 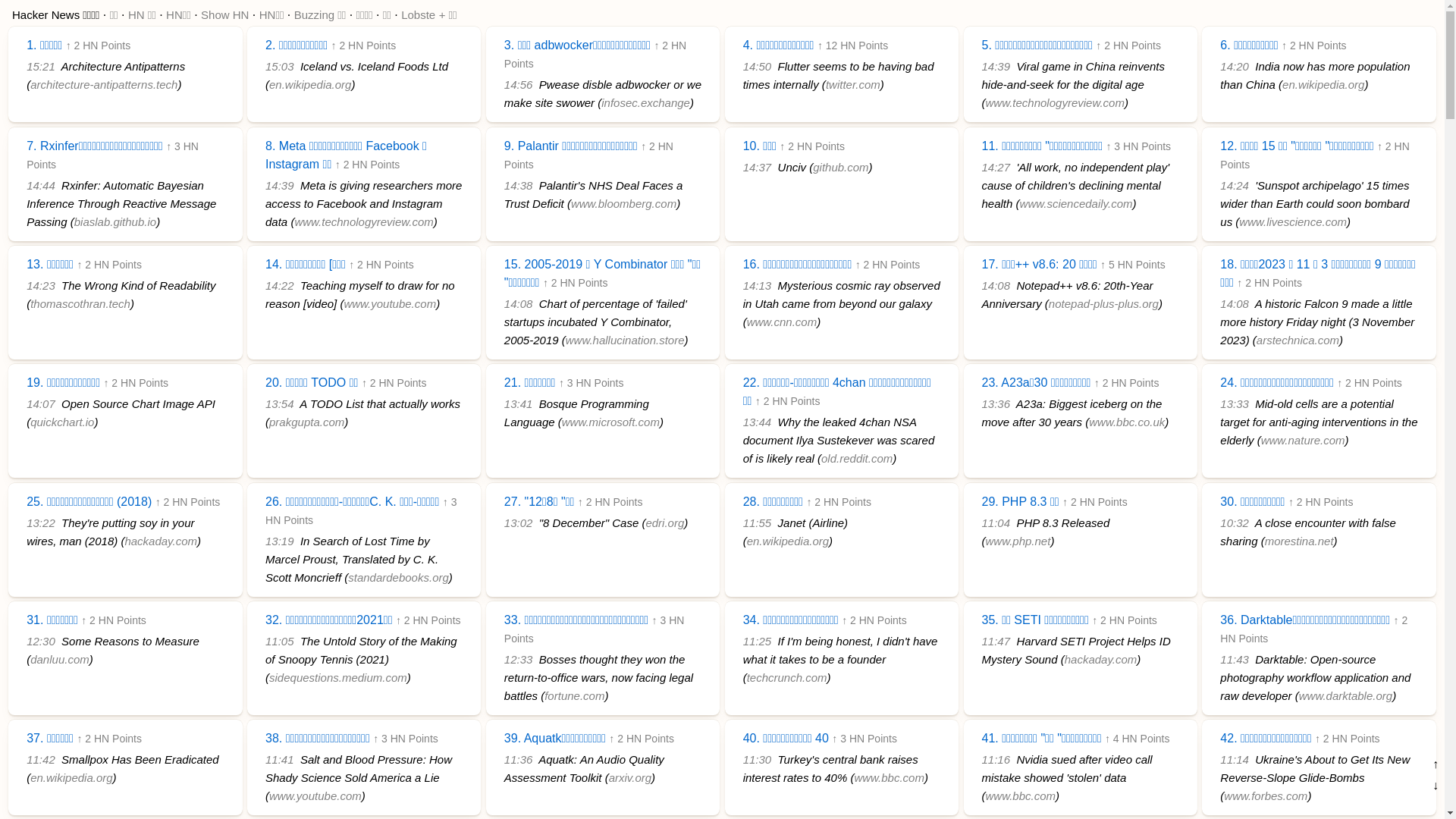 I want to click on 'www.cnn.com', so click(x=746, y=321).